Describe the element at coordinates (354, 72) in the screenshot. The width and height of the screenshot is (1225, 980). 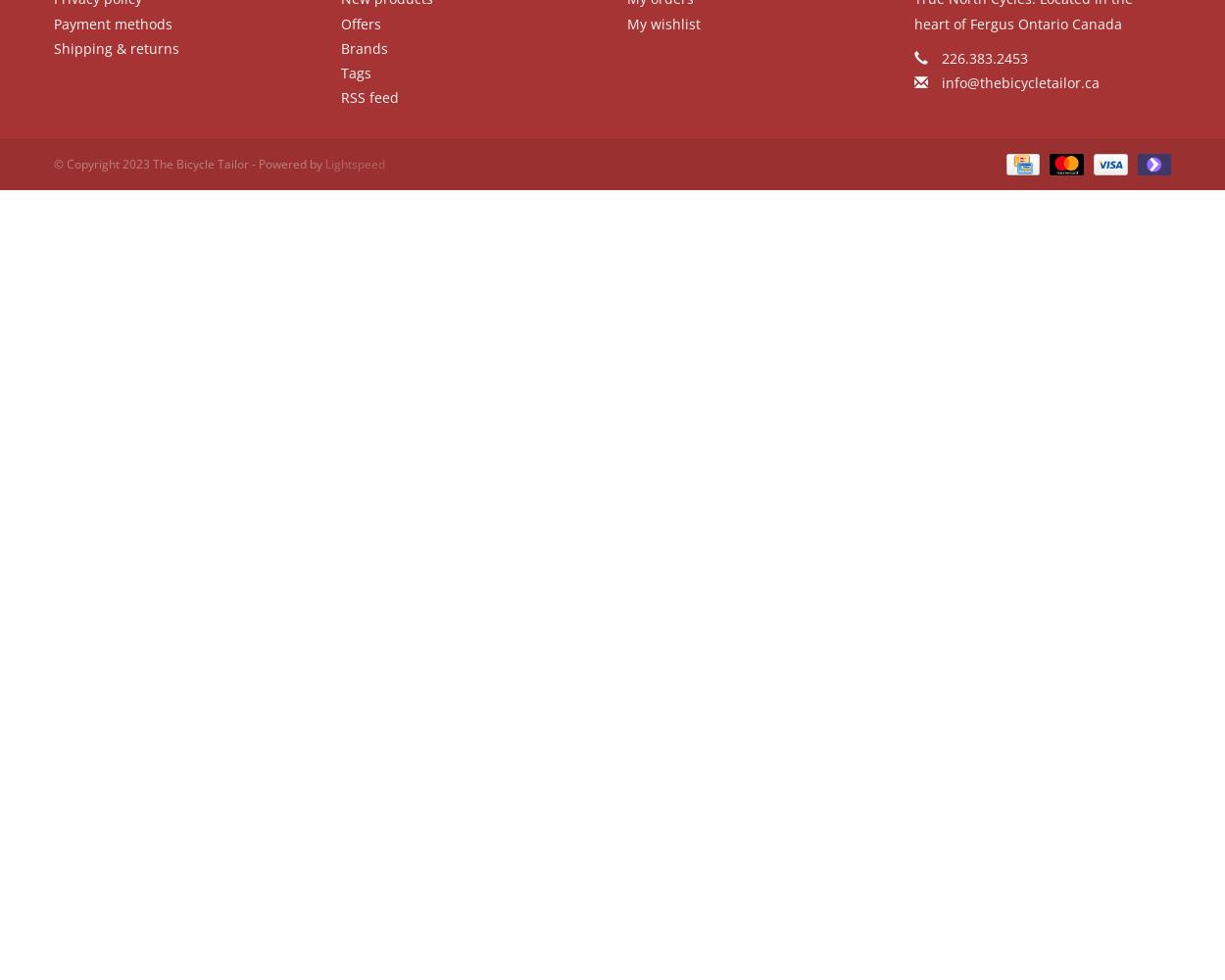
I see `'Tags'` at that location.